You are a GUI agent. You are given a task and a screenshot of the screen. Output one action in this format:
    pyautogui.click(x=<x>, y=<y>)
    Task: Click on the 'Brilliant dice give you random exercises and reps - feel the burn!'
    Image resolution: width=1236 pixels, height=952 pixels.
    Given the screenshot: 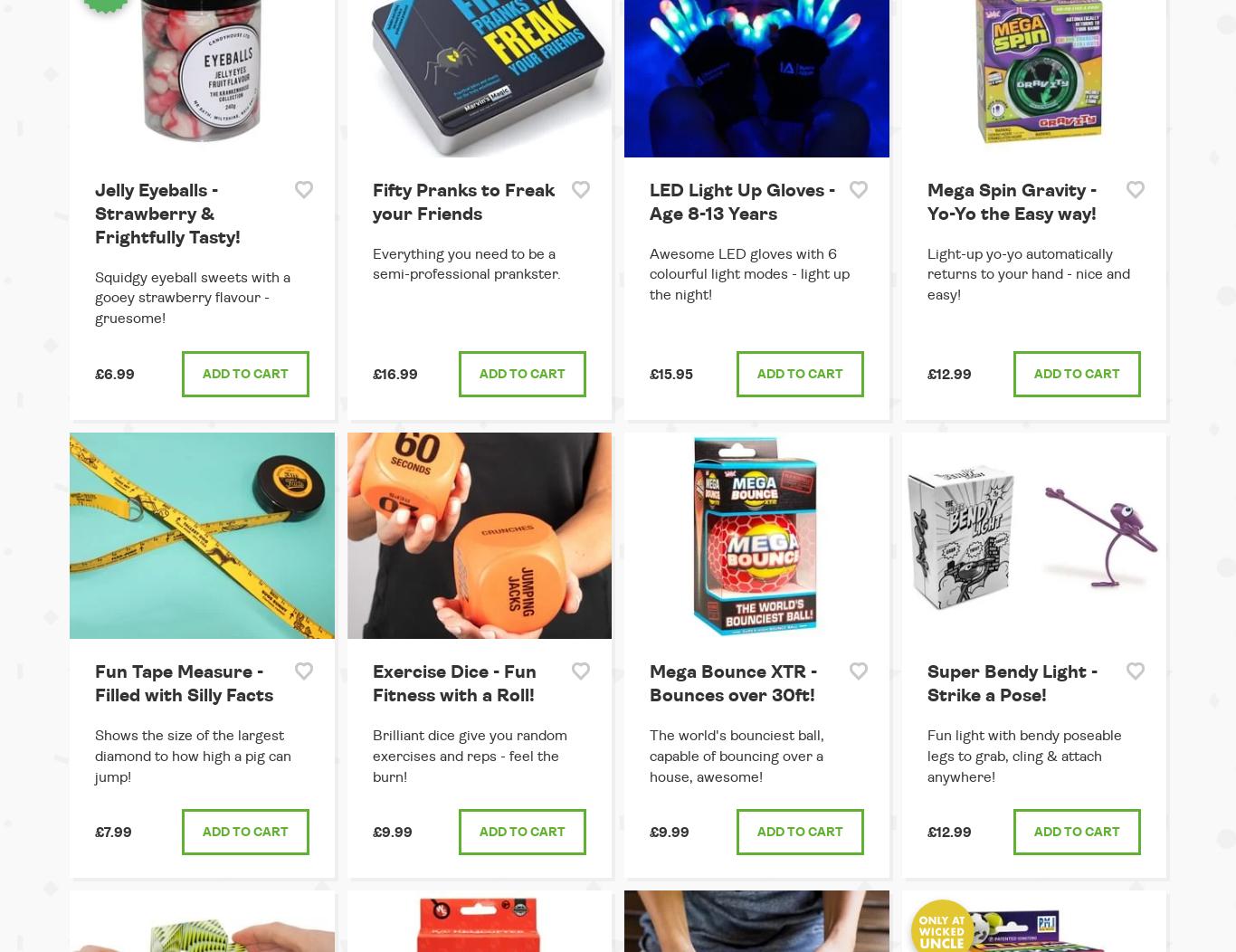 What is the action you would take?
    pyautogui.click(x=371, y=754)
    